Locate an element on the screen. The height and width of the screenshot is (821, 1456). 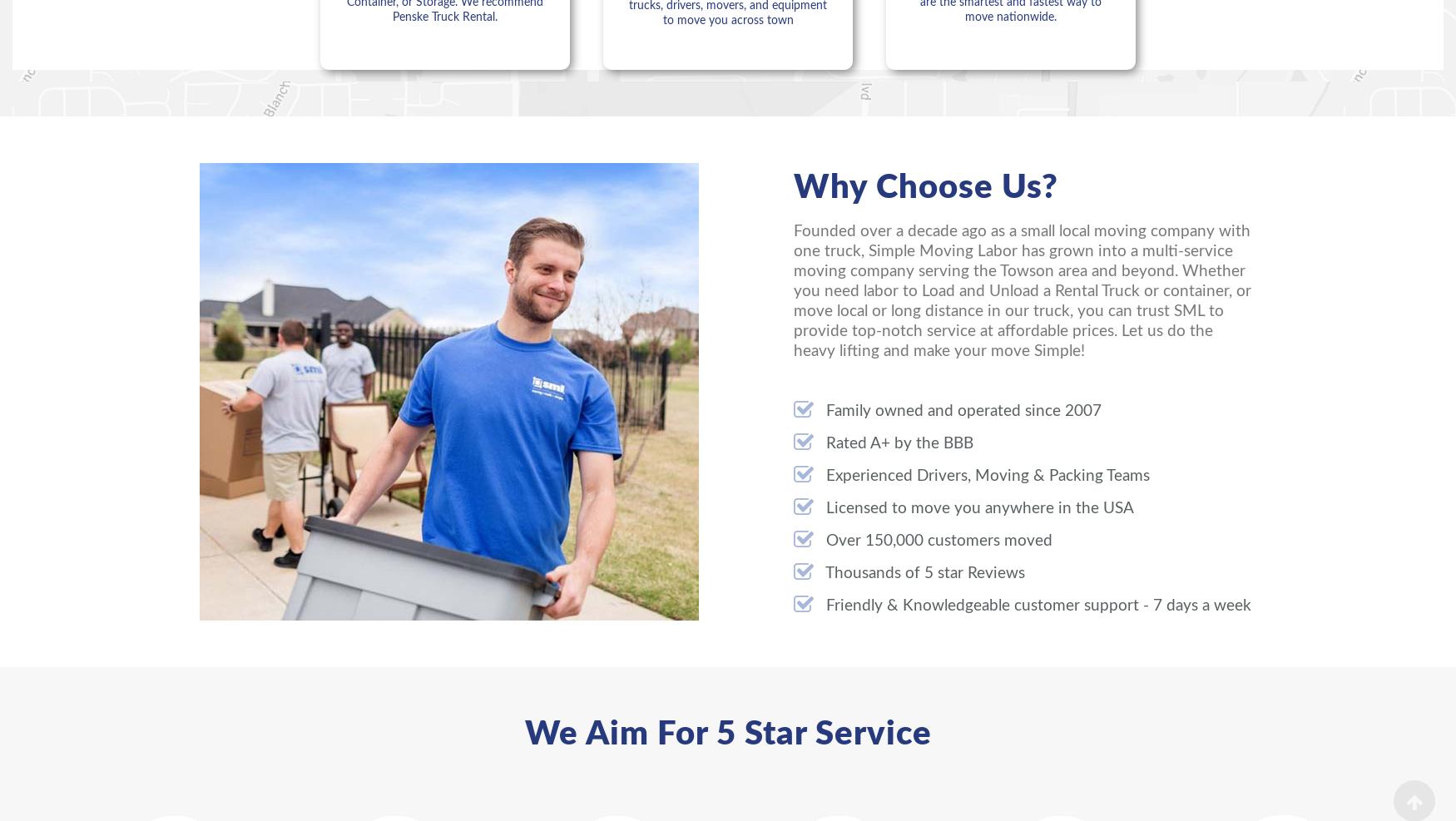
'Family owned and operated since 2007' is located at coordinates (961, 409).